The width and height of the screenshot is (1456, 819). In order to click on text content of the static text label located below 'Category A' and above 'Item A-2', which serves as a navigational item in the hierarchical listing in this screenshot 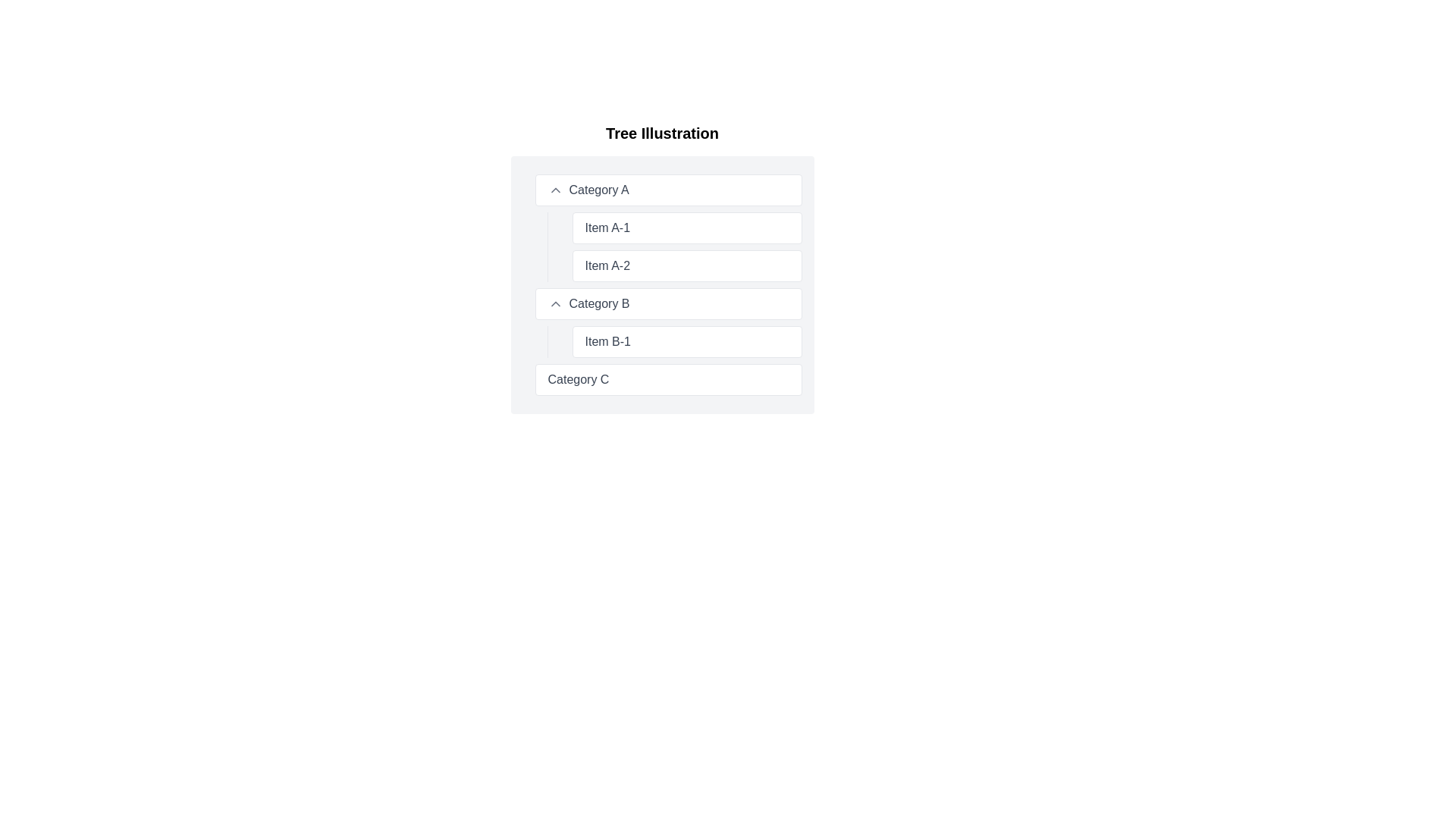, I will do `click(607, 227)`.